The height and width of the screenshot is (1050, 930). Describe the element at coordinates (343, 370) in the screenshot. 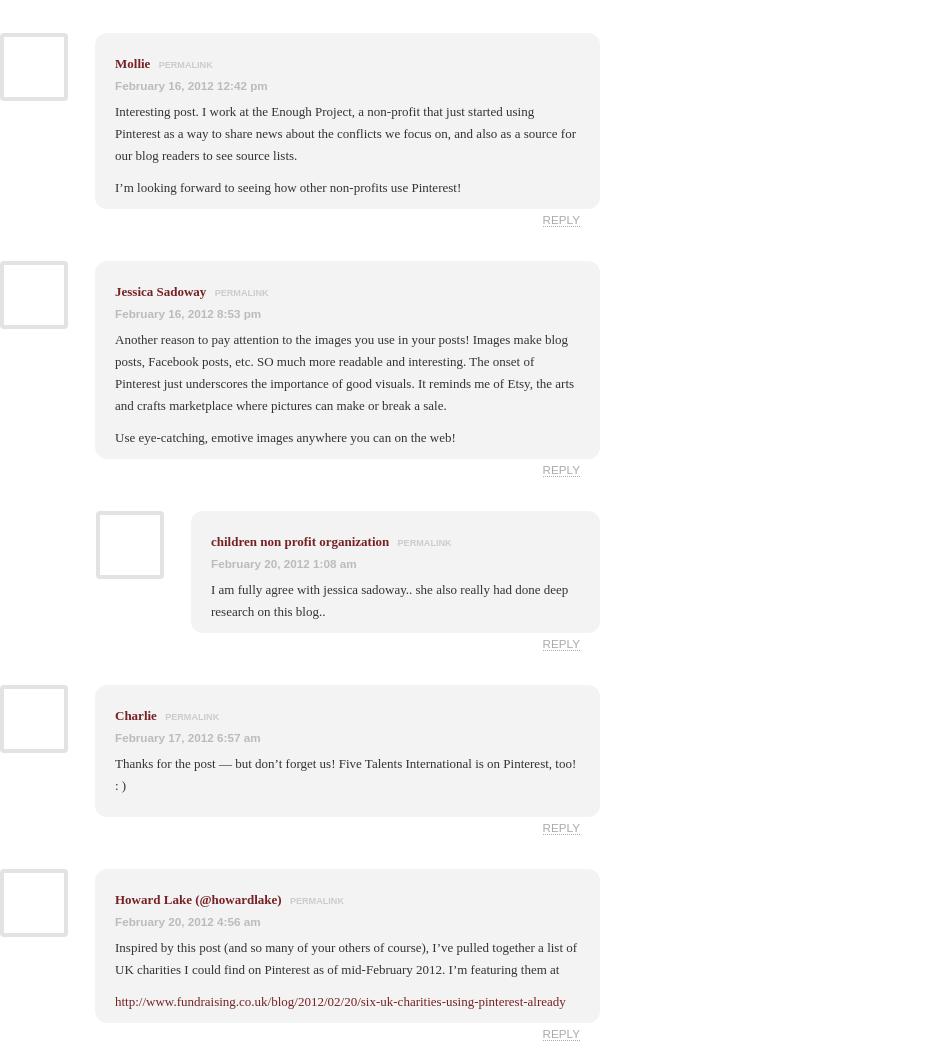

I see `'Another reason to pay attention to the images you use in your posts! Images make blog posts, Facebook posts, etc. SO much more readable and interesting. The onset of Pinterest just underscores the importance of good visuals. It reminds me of Etsy, the arts and crafts marketplace where pictures can make or break a sale.'` at that location.